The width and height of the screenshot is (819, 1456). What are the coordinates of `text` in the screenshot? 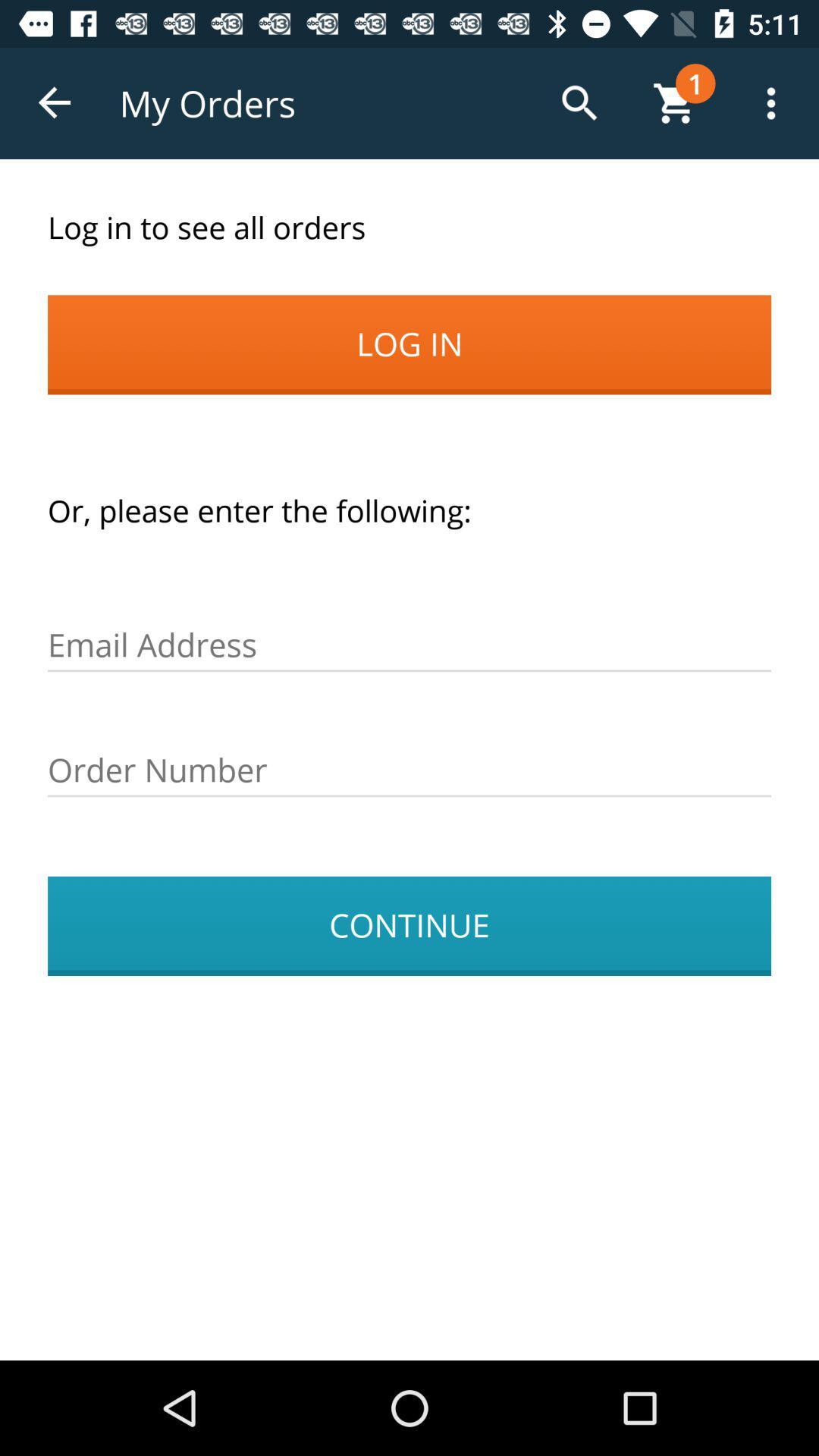 It's located at (409, 770).